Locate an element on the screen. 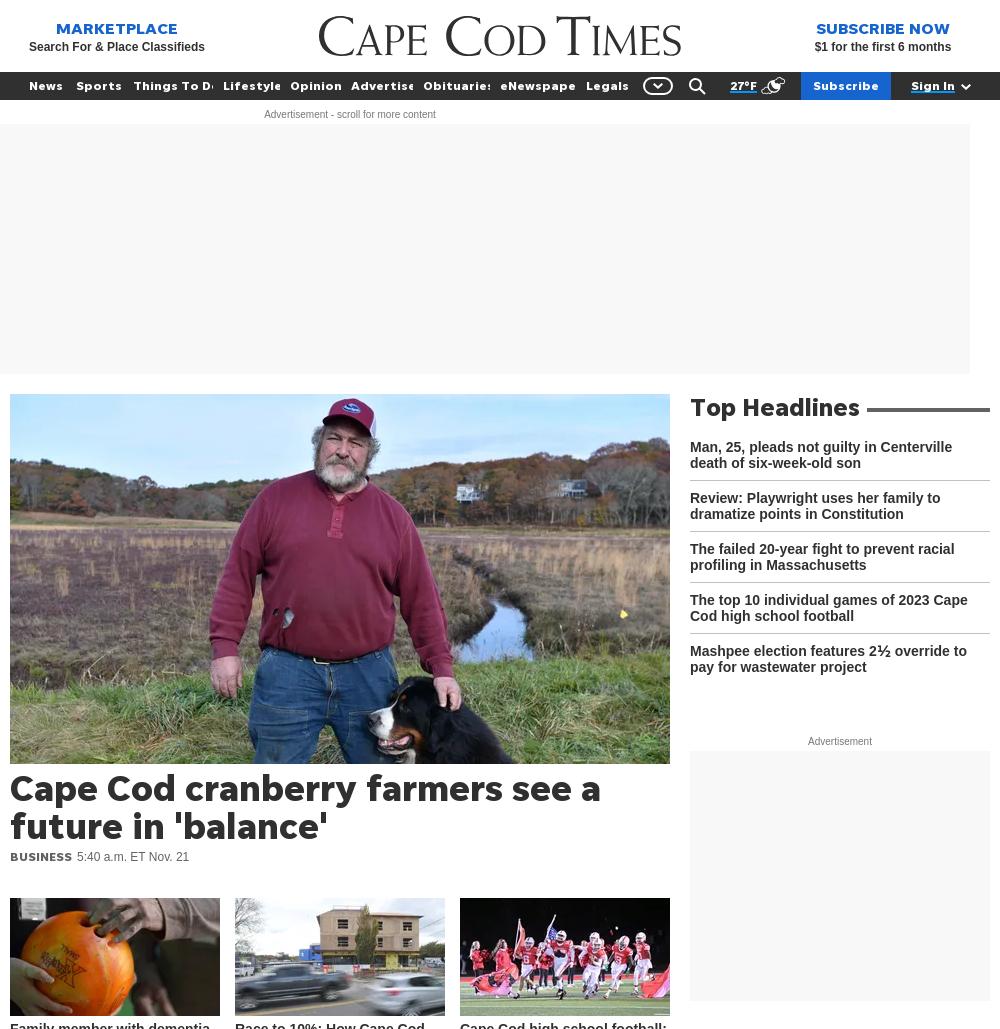 The image size is (1000, 1029). 'Sports' is located at coordinates (98, 84).